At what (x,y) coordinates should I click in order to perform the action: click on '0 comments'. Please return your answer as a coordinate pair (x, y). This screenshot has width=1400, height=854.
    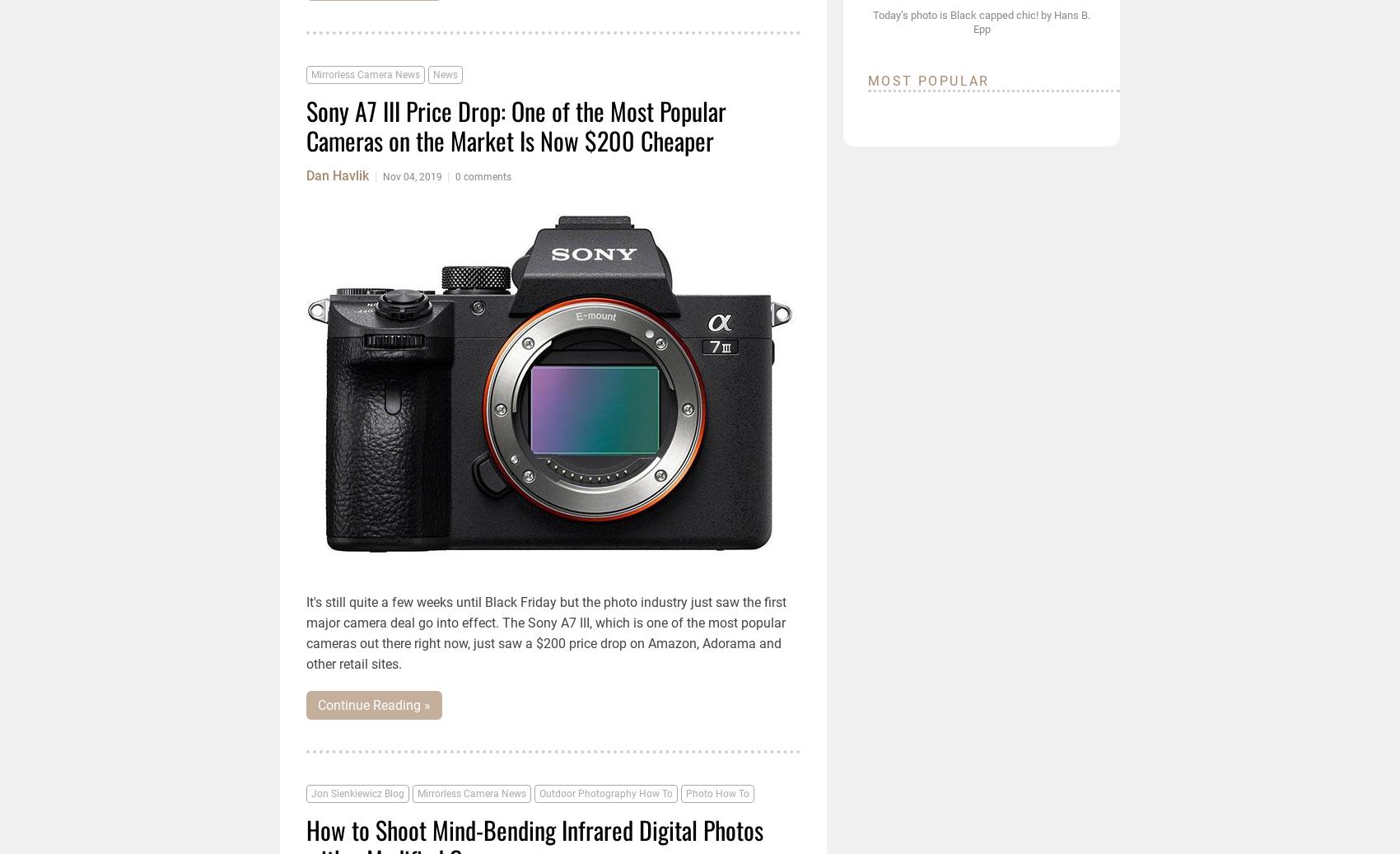
    Looking at the image, I should click on (455, 175).